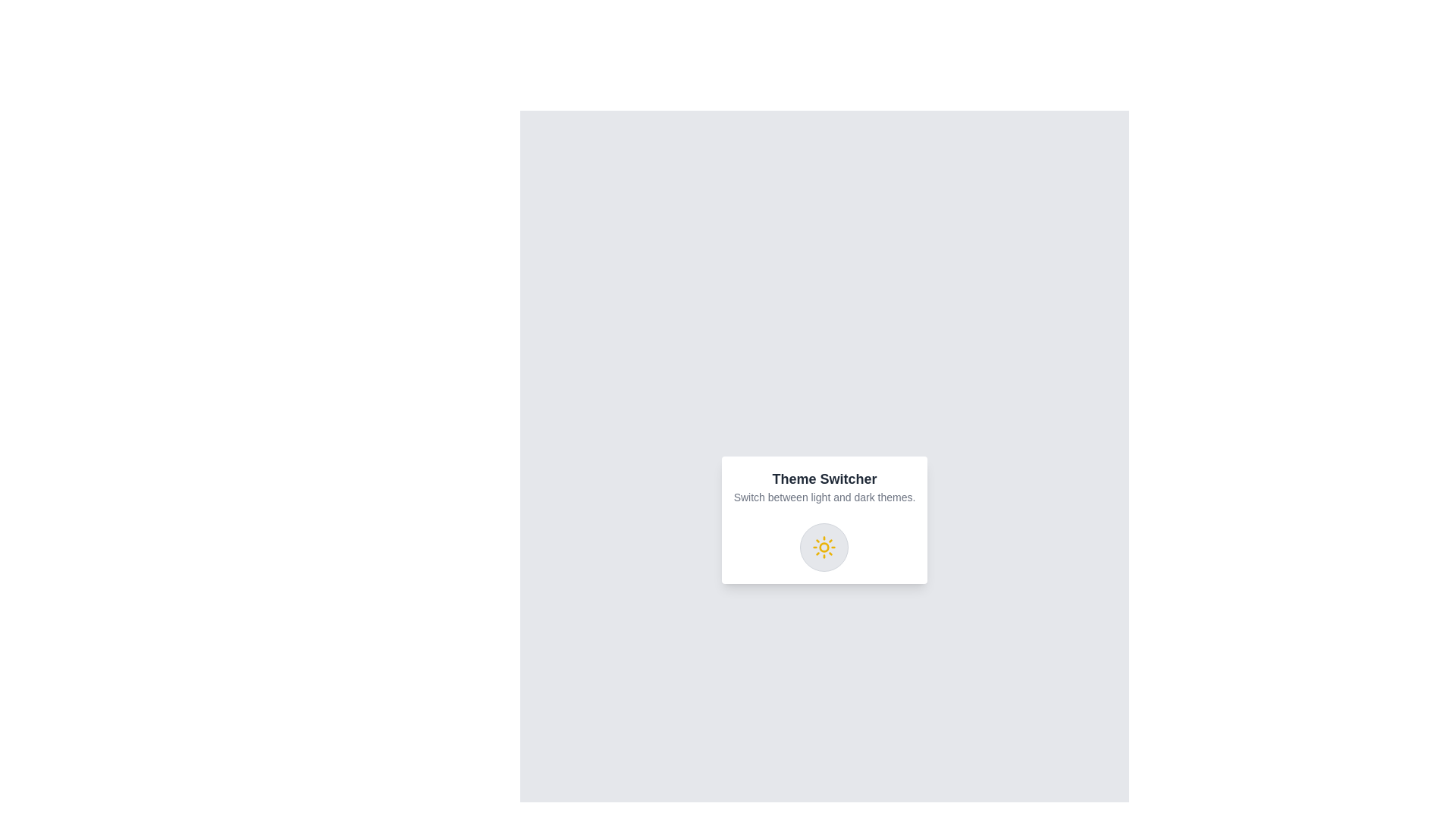 Image resolution: width=1456 pixels, height=819 pixels. I want to click on the theme switcher button located at the bottom of the 'Theme Switcher' card, so click(824, 547).